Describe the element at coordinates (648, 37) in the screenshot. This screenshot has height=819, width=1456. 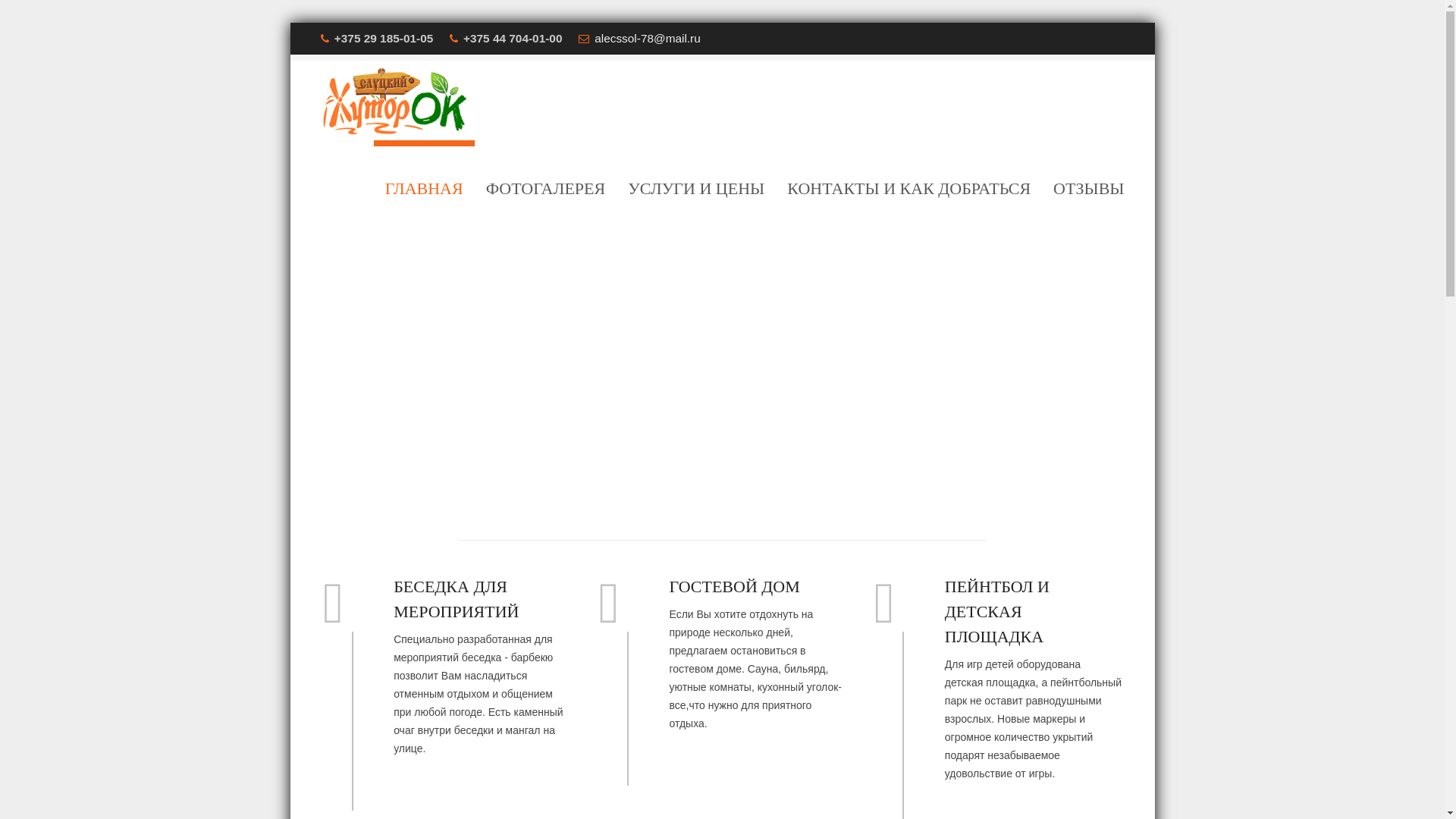
I see `'alecssol-78@mail.ru'` at that location.